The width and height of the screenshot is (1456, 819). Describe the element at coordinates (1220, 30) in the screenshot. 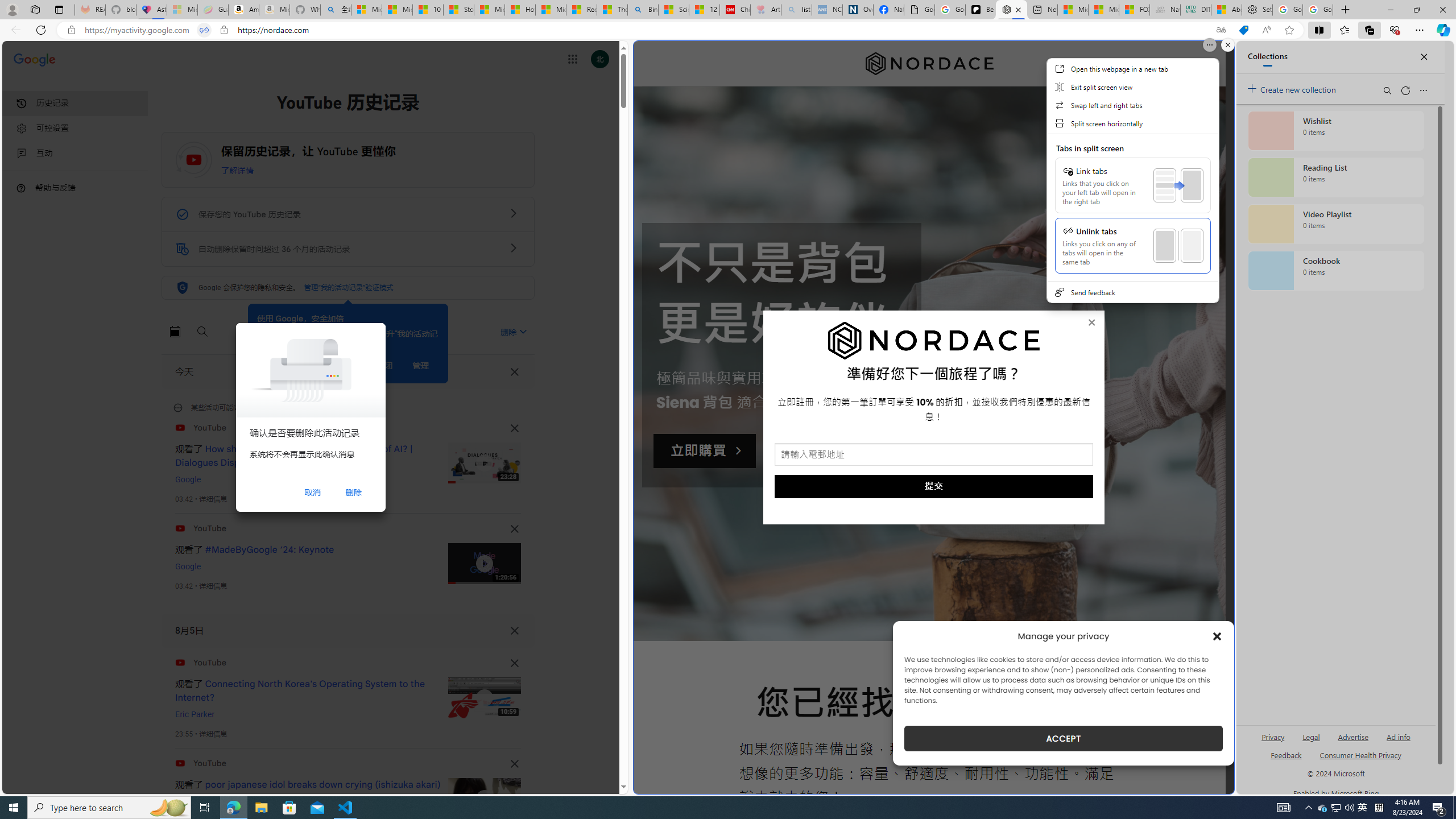

I see `'Show translate options'` at that location.